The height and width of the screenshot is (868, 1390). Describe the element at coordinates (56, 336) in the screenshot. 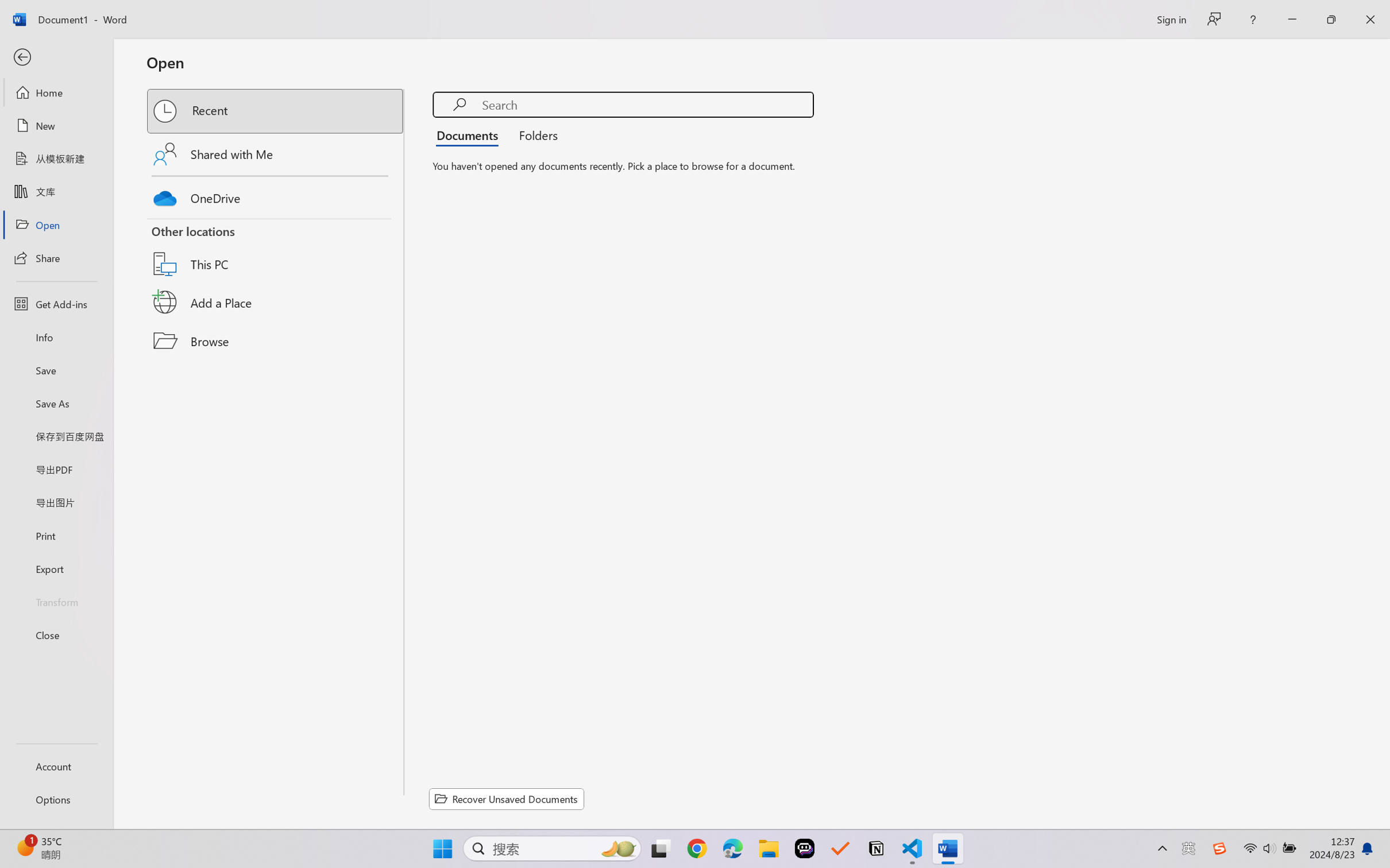

I see `'Info'` at that location.